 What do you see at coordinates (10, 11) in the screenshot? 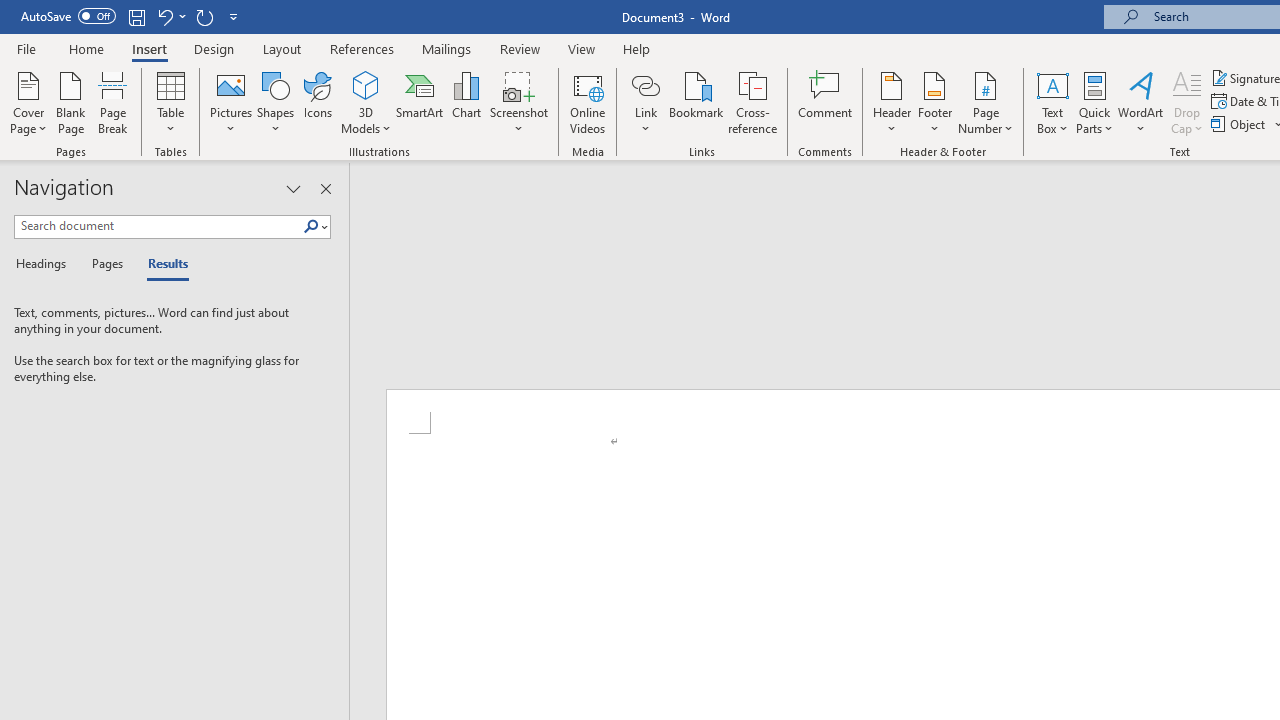
I see `'System'` at bounding box center [10, 11].